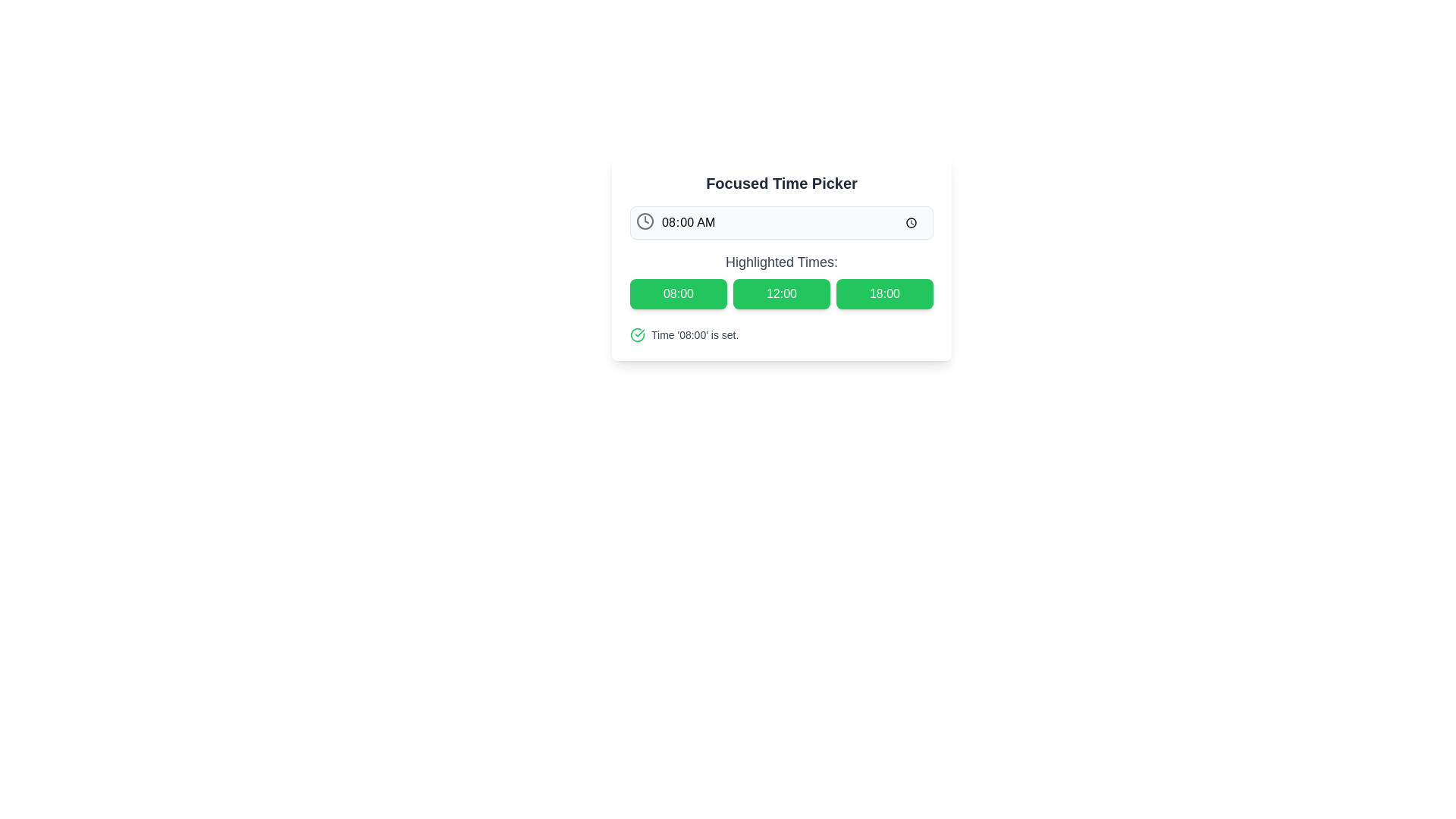  What do you see at coordinates (782, 183) in the screenshot?
I see `the 'Focused Time Picker' text header element, which is a bold serif styled label prominently displayed at the top of the content block` at bounding box center [782, 183].